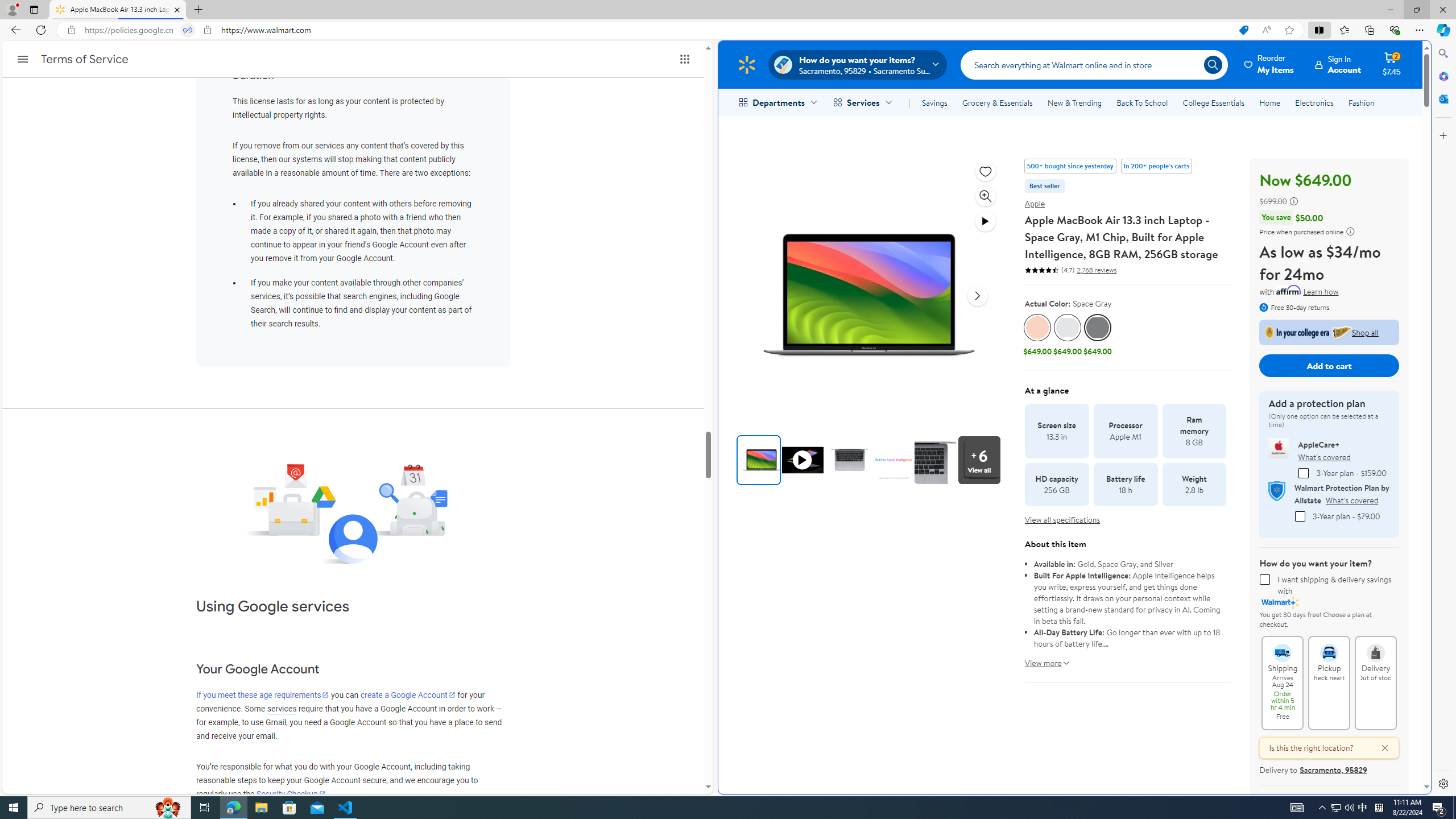 This screenshot has height=819, width=1456. What do you see at coordinates (1289, 289) in the screenshot?
I see `'Affirm'` at bounding box center [1289, 289].